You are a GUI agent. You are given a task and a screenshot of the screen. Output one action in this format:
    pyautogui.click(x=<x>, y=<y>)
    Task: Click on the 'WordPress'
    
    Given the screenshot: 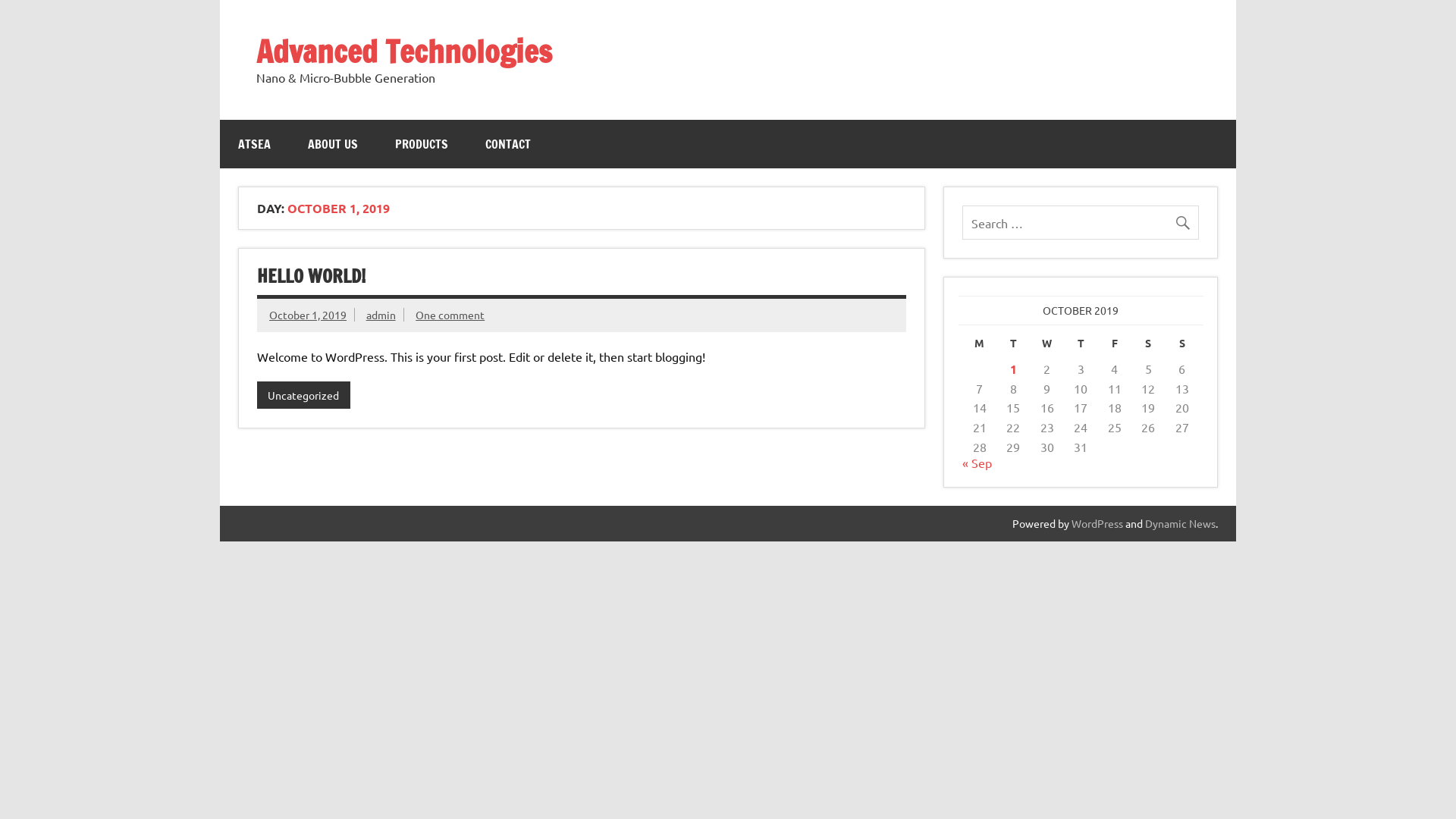 What is the action you would take?
    pyautogui.click(x=1097, y=522)
    